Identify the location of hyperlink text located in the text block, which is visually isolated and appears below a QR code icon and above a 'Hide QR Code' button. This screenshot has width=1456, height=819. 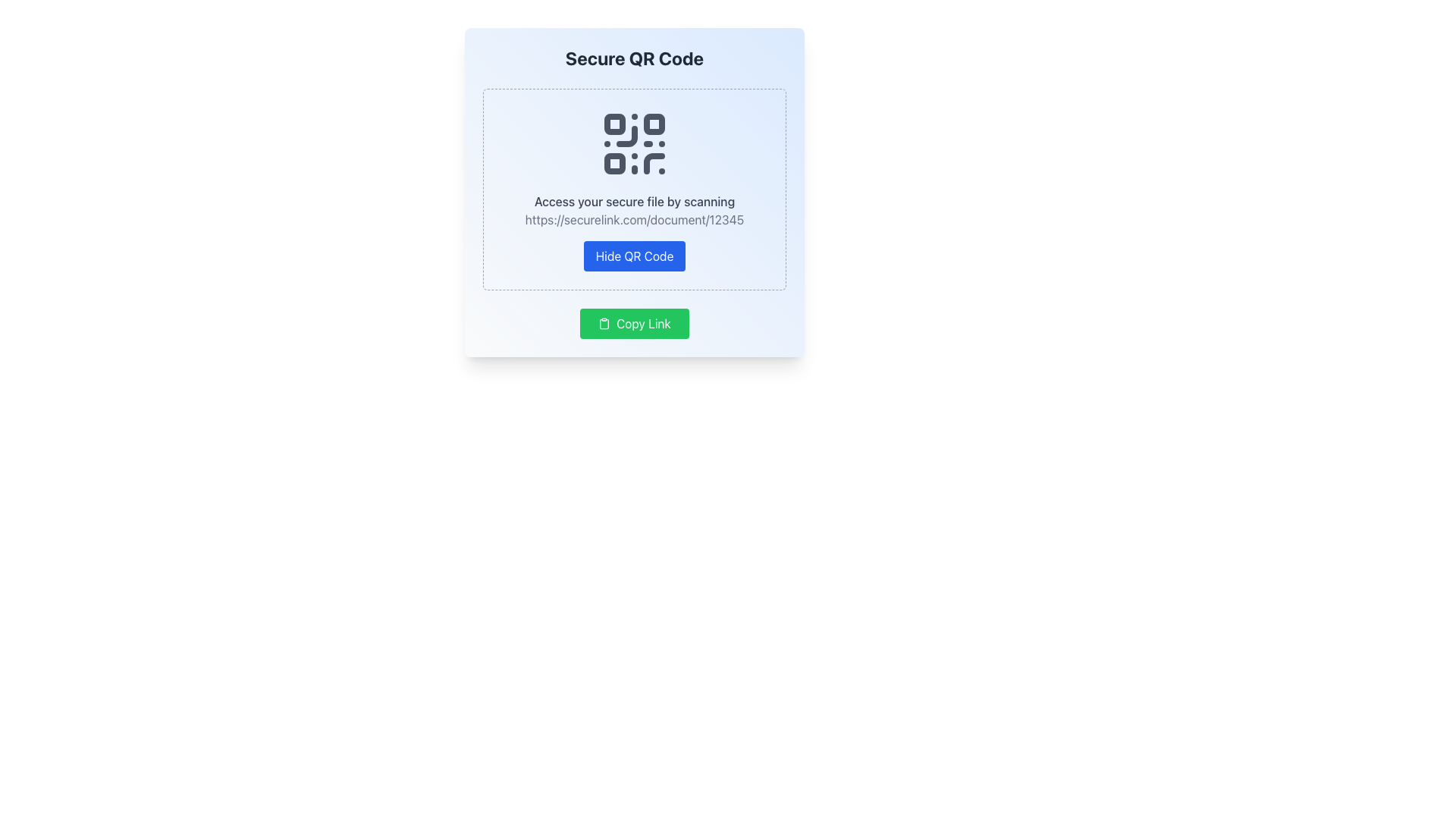
(634, 210).